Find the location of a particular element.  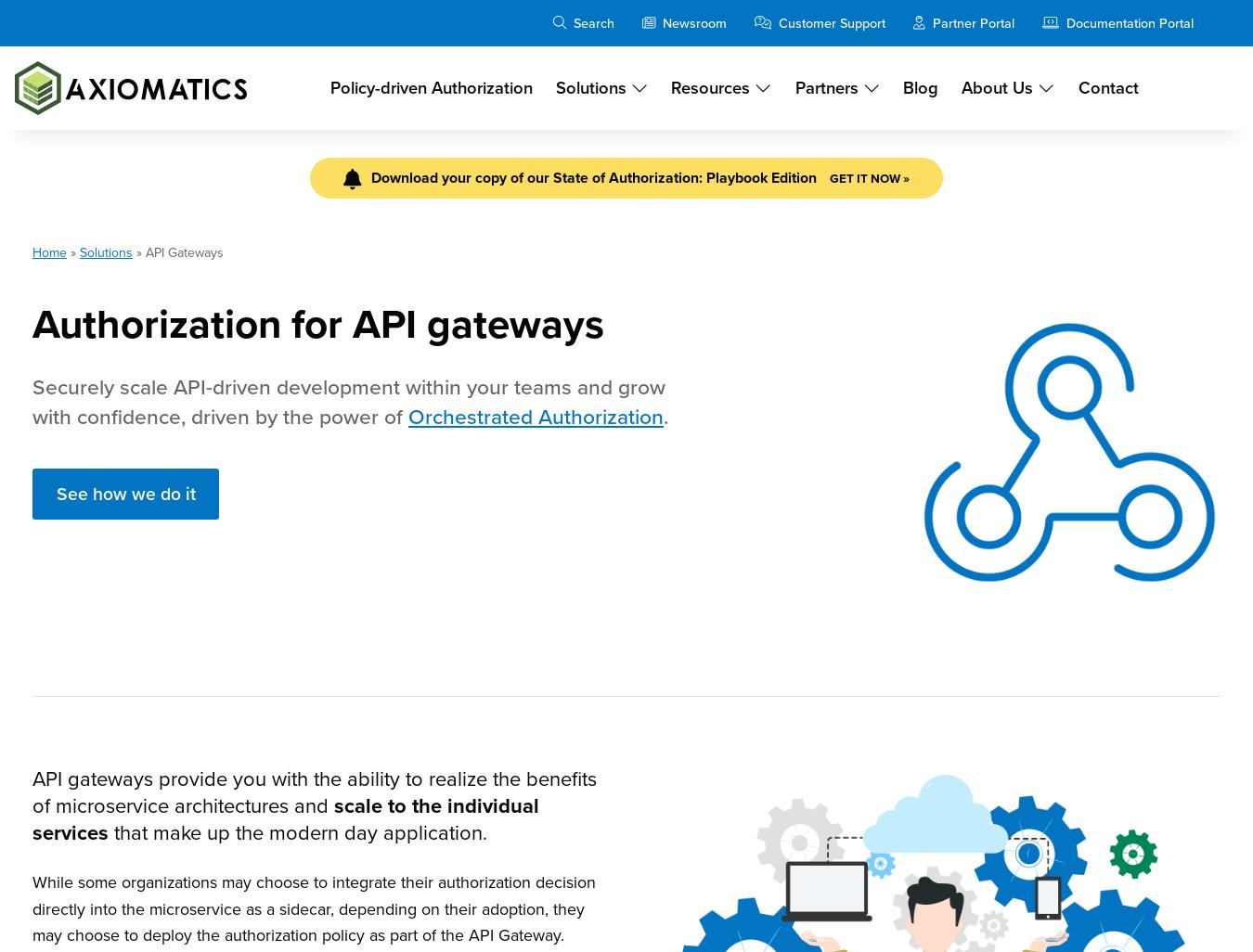

'Read the article' is located at coordinates (963, 631).